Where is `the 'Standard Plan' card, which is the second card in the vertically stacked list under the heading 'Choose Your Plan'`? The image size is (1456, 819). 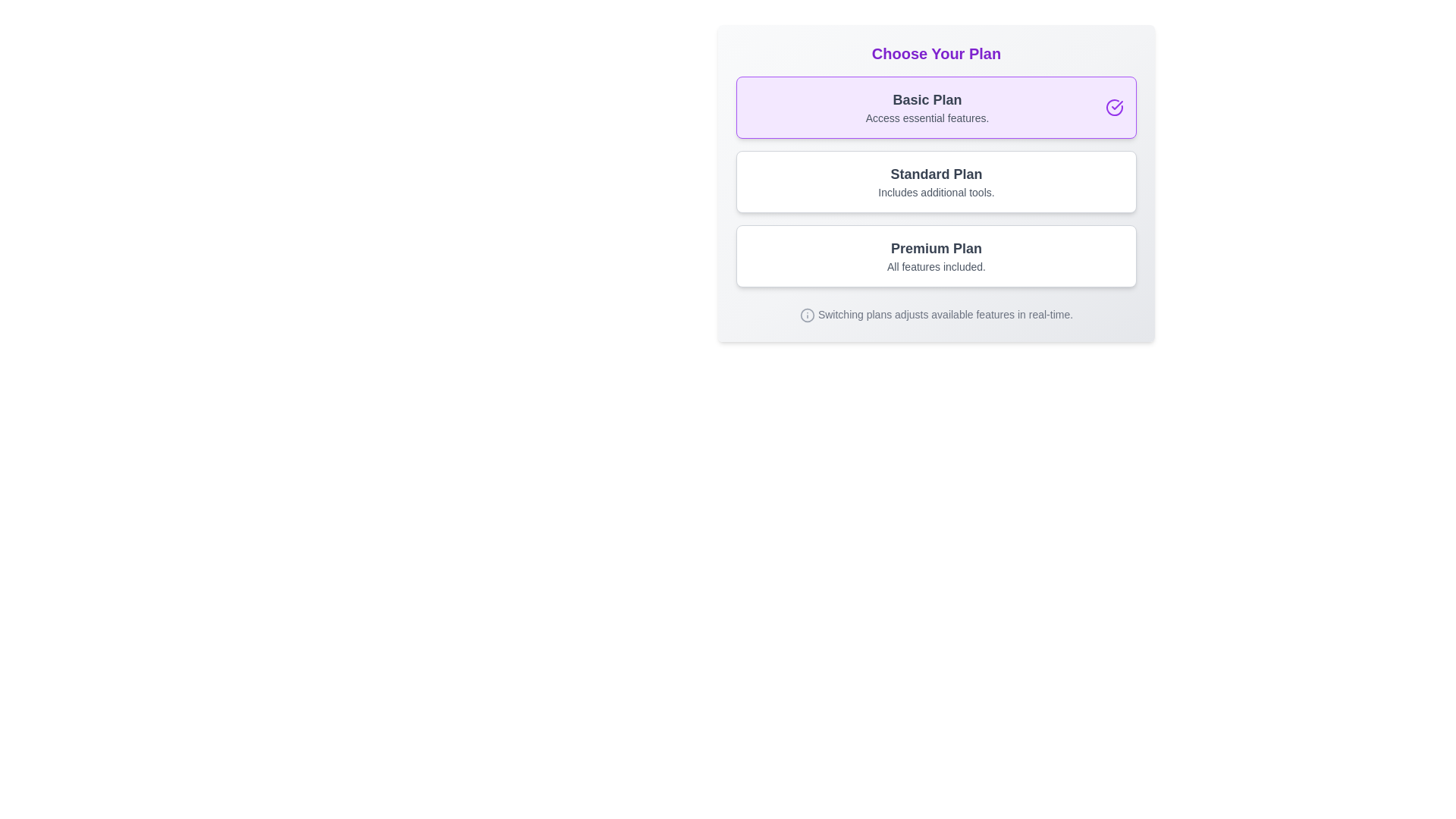
the 'Standard Plan' card, which is the second card in the vertically stacked list under the heading 'Choose Your Plan' is located at coordinates (935, 180).